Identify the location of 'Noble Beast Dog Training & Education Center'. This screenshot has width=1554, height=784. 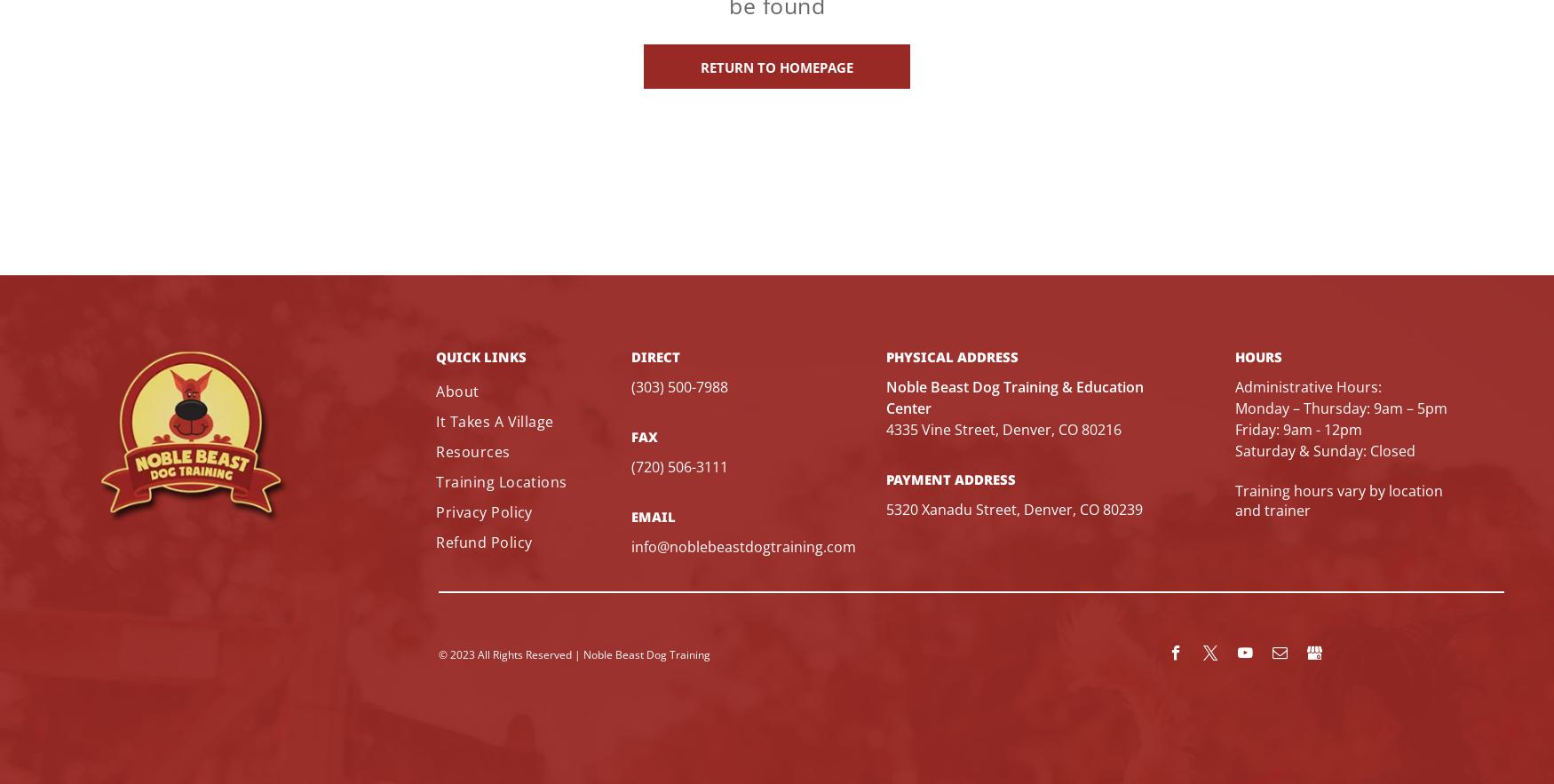
(1013, 395).